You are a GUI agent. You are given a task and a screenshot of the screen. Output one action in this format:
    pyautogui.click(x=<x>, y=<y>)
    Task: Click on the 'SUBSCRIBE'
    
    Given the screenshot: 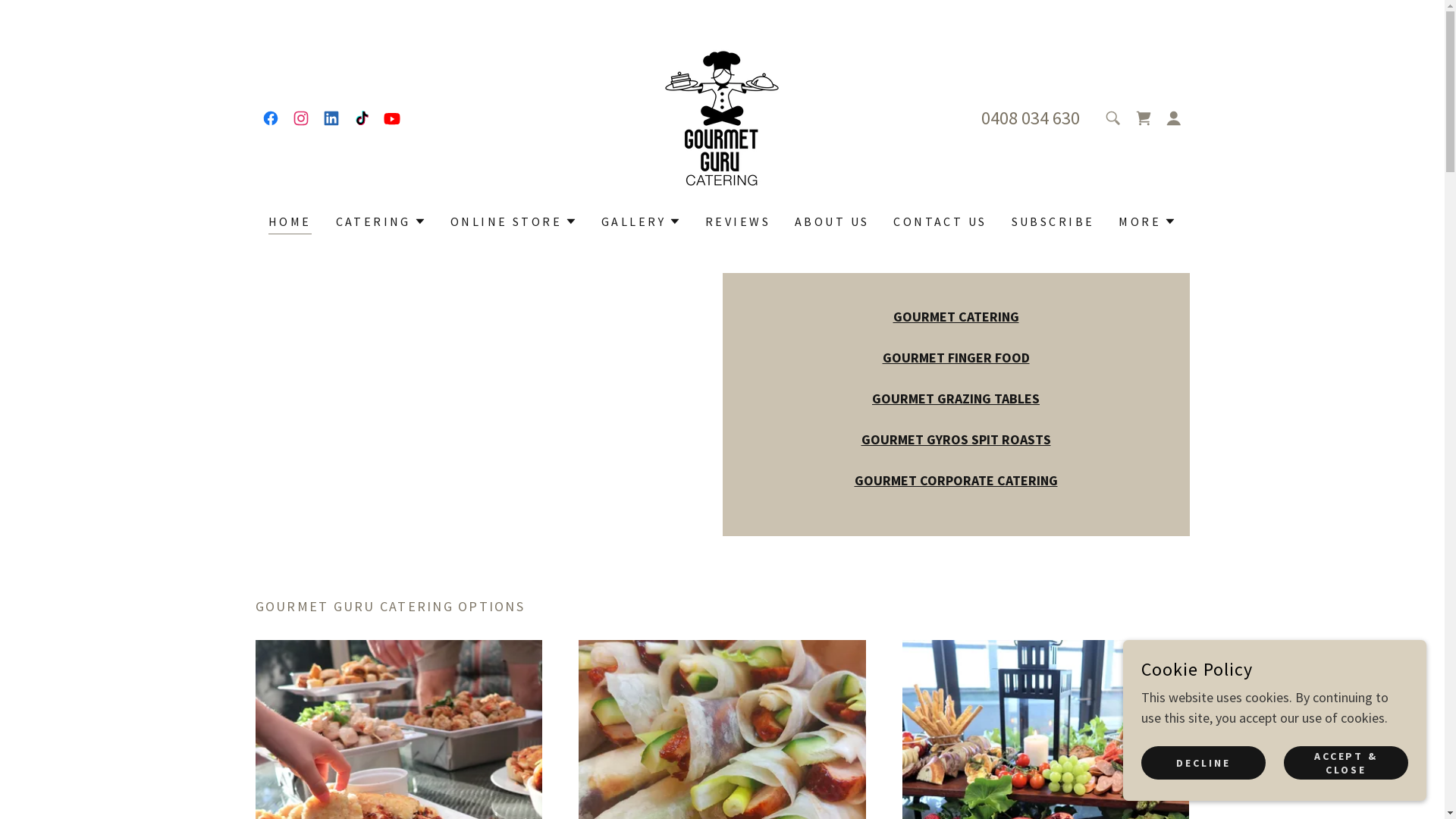 What is the action you would take?
    pyautogui.click(x=1052, y=221)
    